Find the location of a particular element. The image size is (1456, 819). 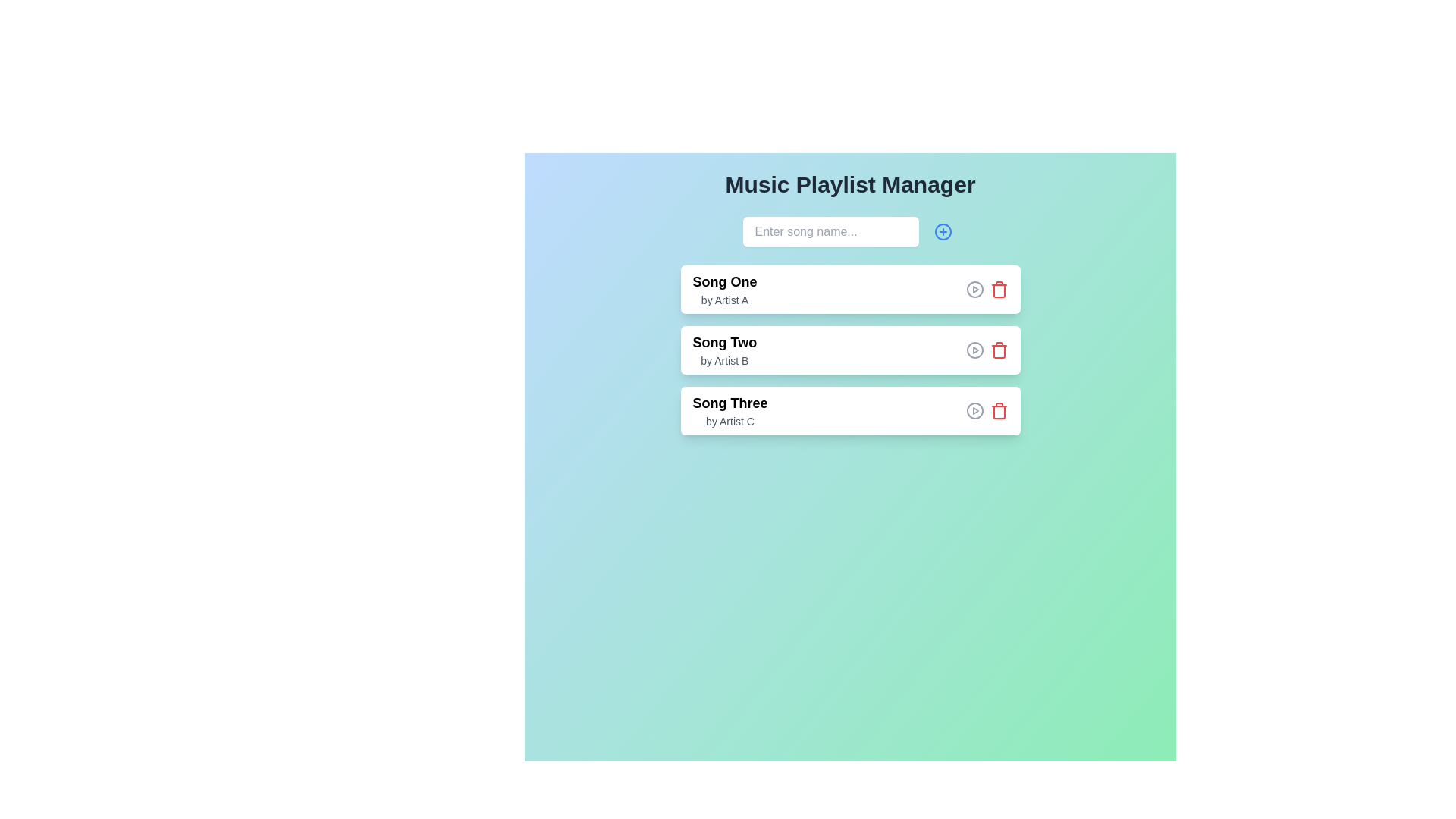

the circular element that serves as the background of the SVG icon, positioned to the right of the text input field is located at coordinates (942, 231).